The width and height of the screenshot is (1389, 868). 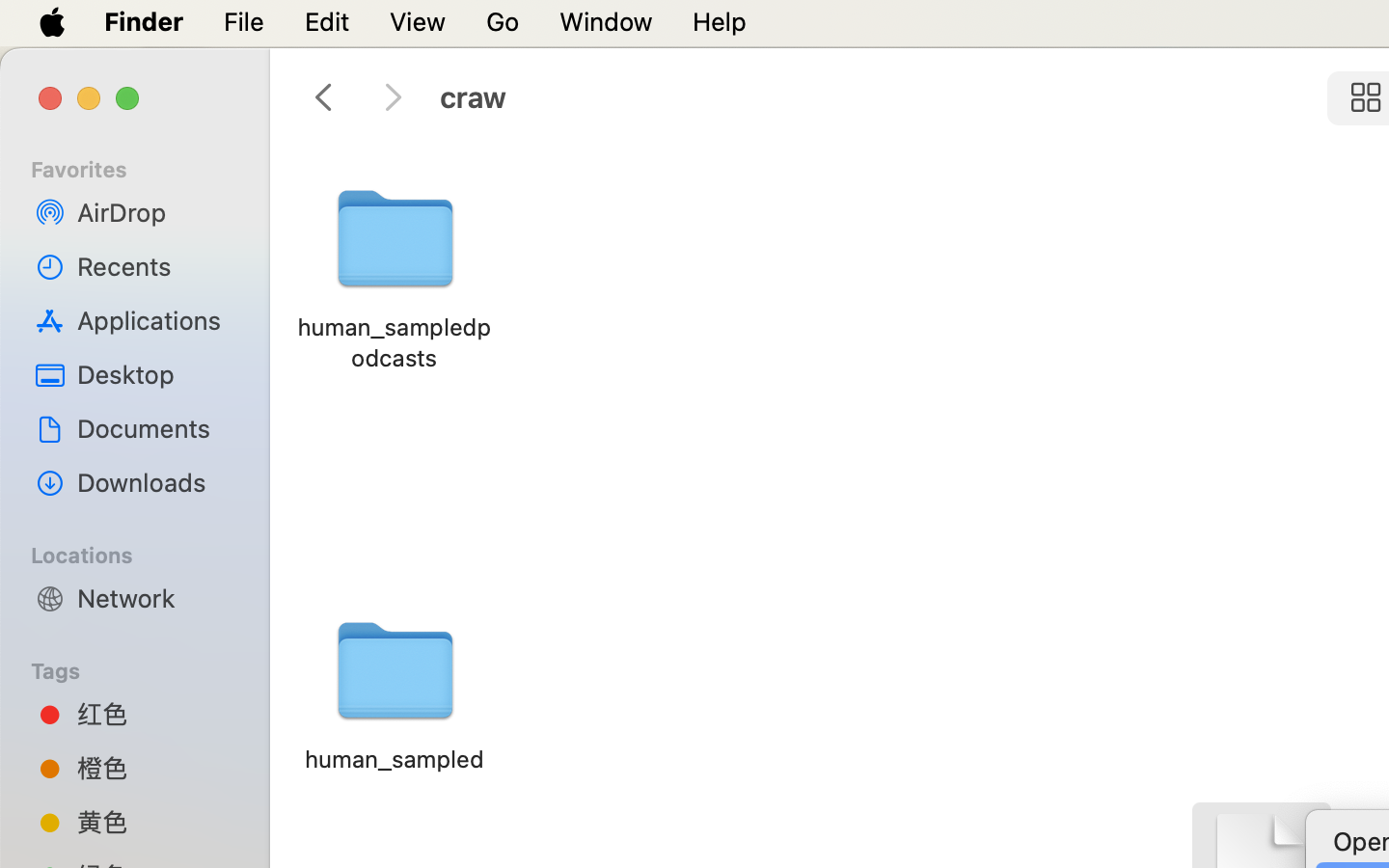 What do you see at coordinates (153, 427) in the screenshot?
I see `'Documents'` at bounding box center [153, 427].